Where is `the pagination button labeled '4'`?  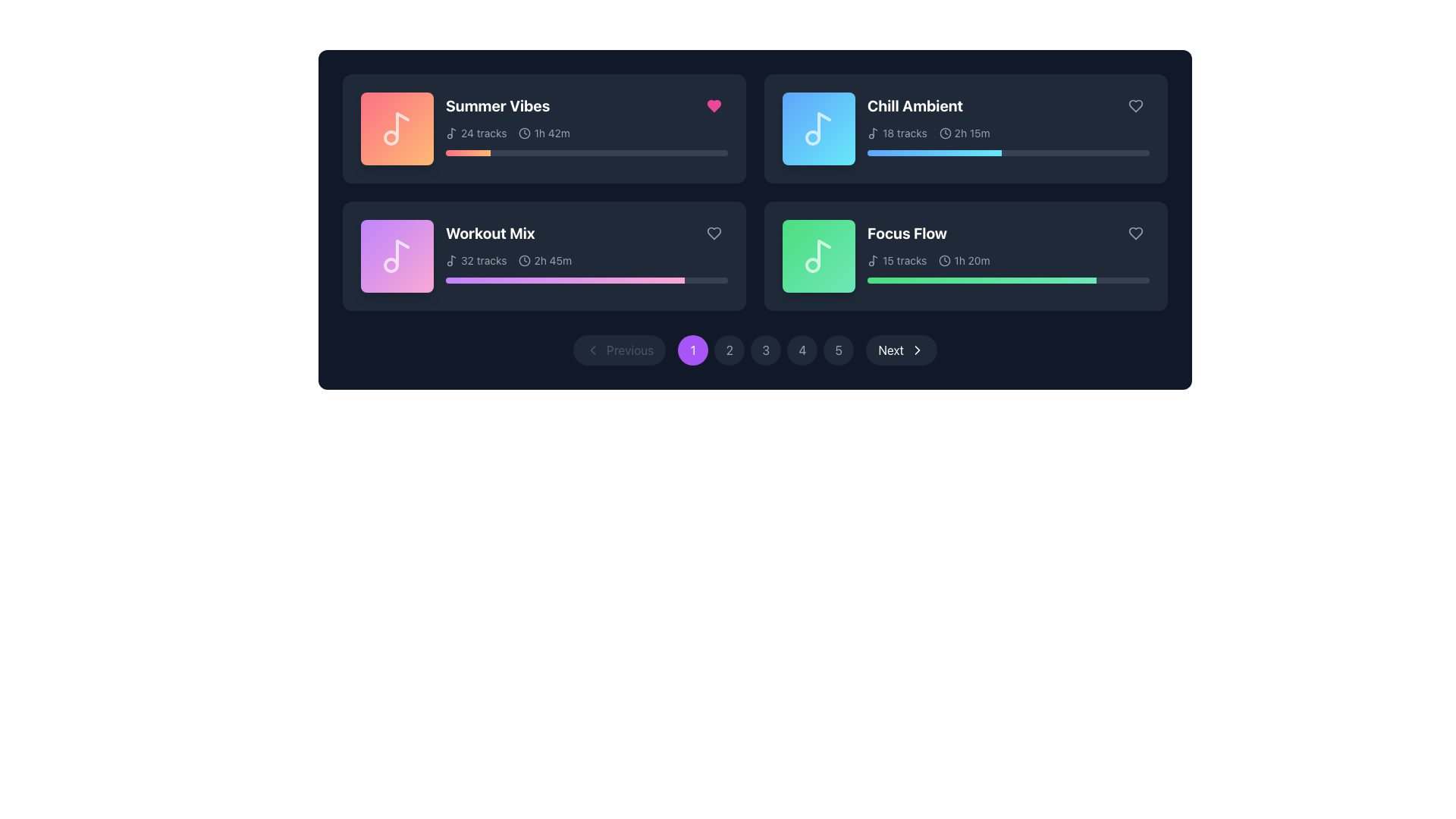 the pagination button labeled '4' is located at coordinates (802, 350).